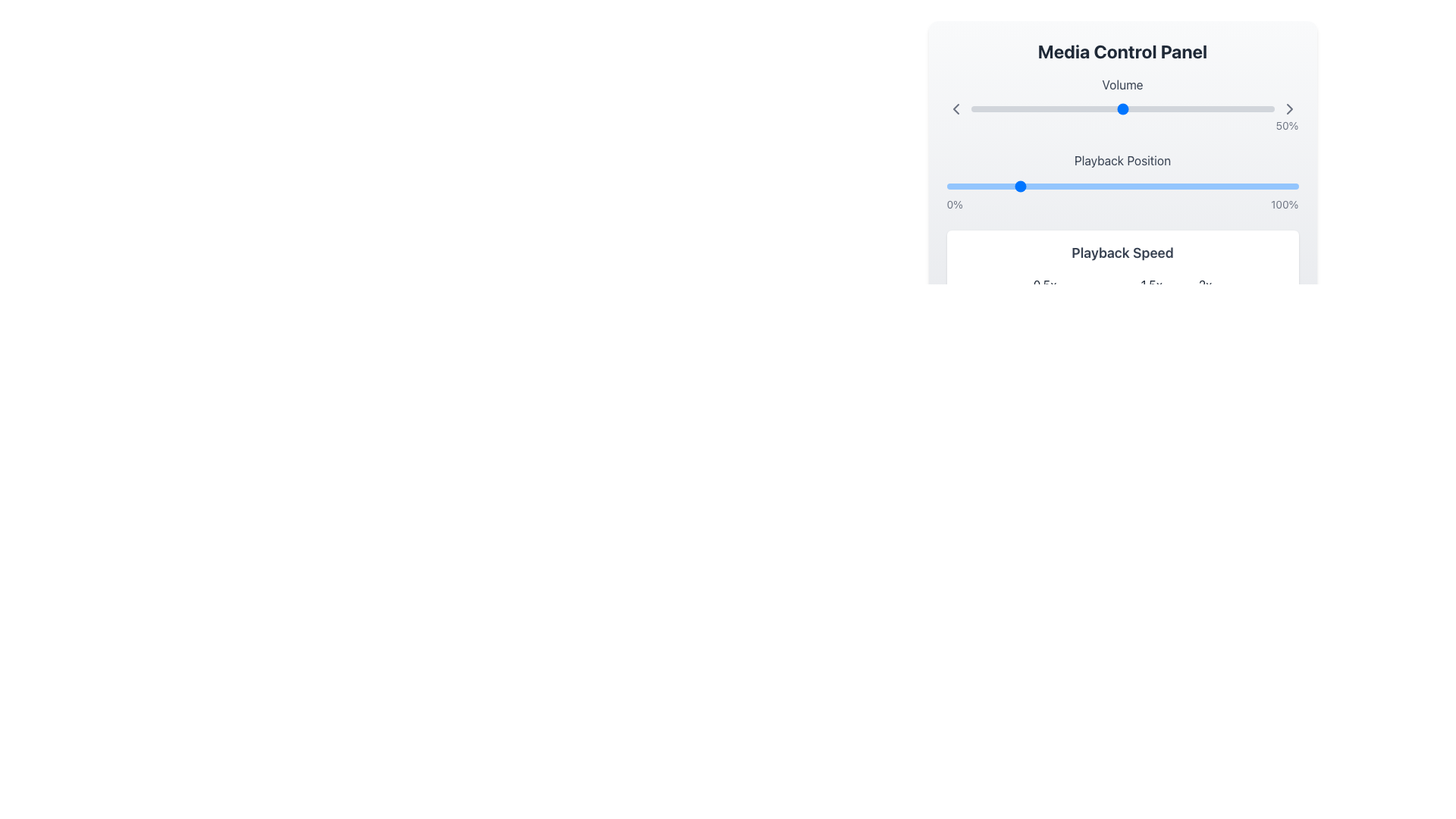 This screenshot has width=1456, height=819. Describe the element at coordinates (1122, 205) in the screenshot. I see `text label indicating the playback position range, which shows '0%' and '100%', located beneath the playback position slider` at that location.